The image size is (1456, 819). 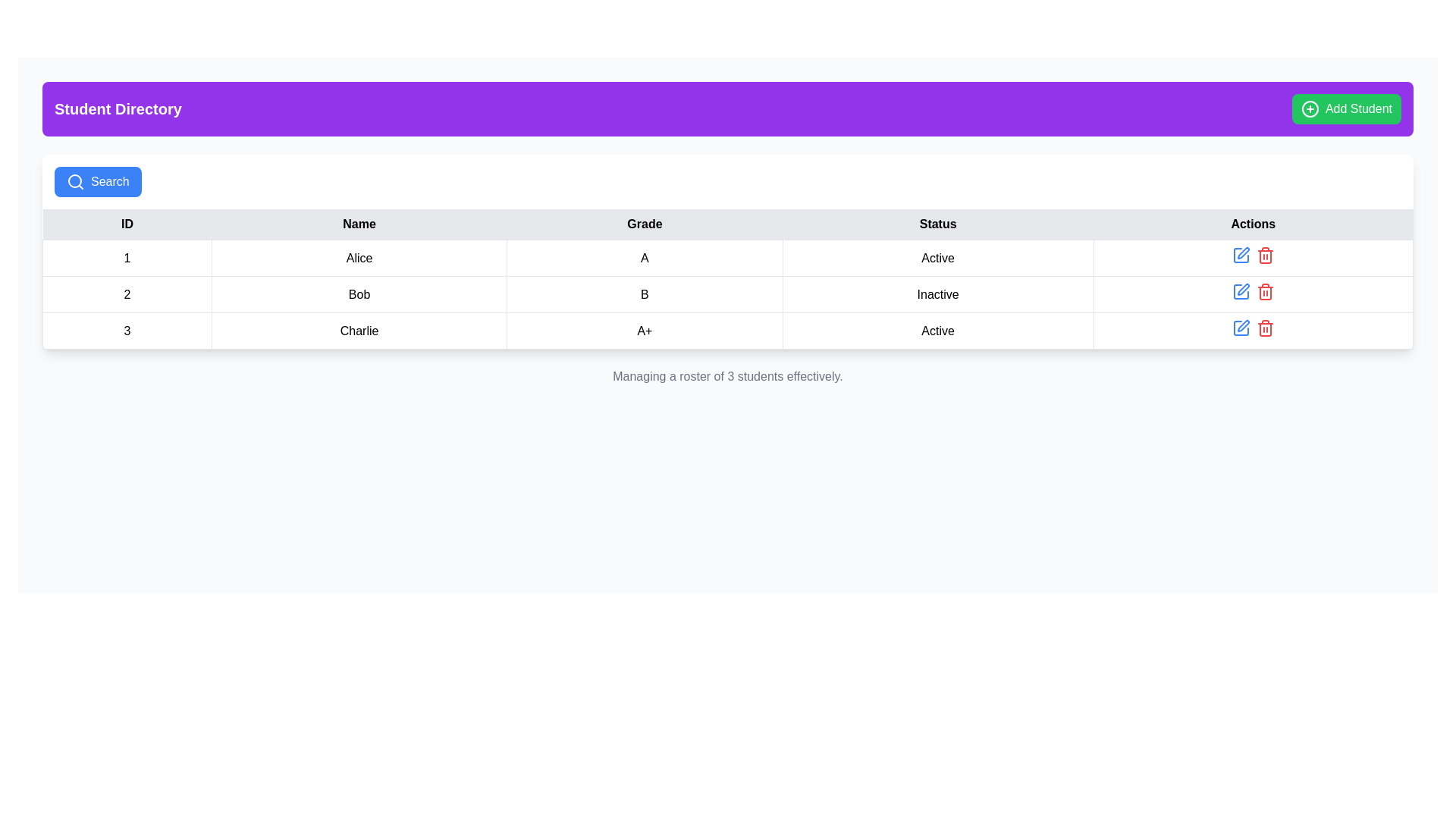 What do you see at coordinates (1253, 224) in the screenshot?
I see `the fifth header cell of the table, which indicates the 'Actions' column, located in the top-right area of the table` at bounding box center [1253, 224].